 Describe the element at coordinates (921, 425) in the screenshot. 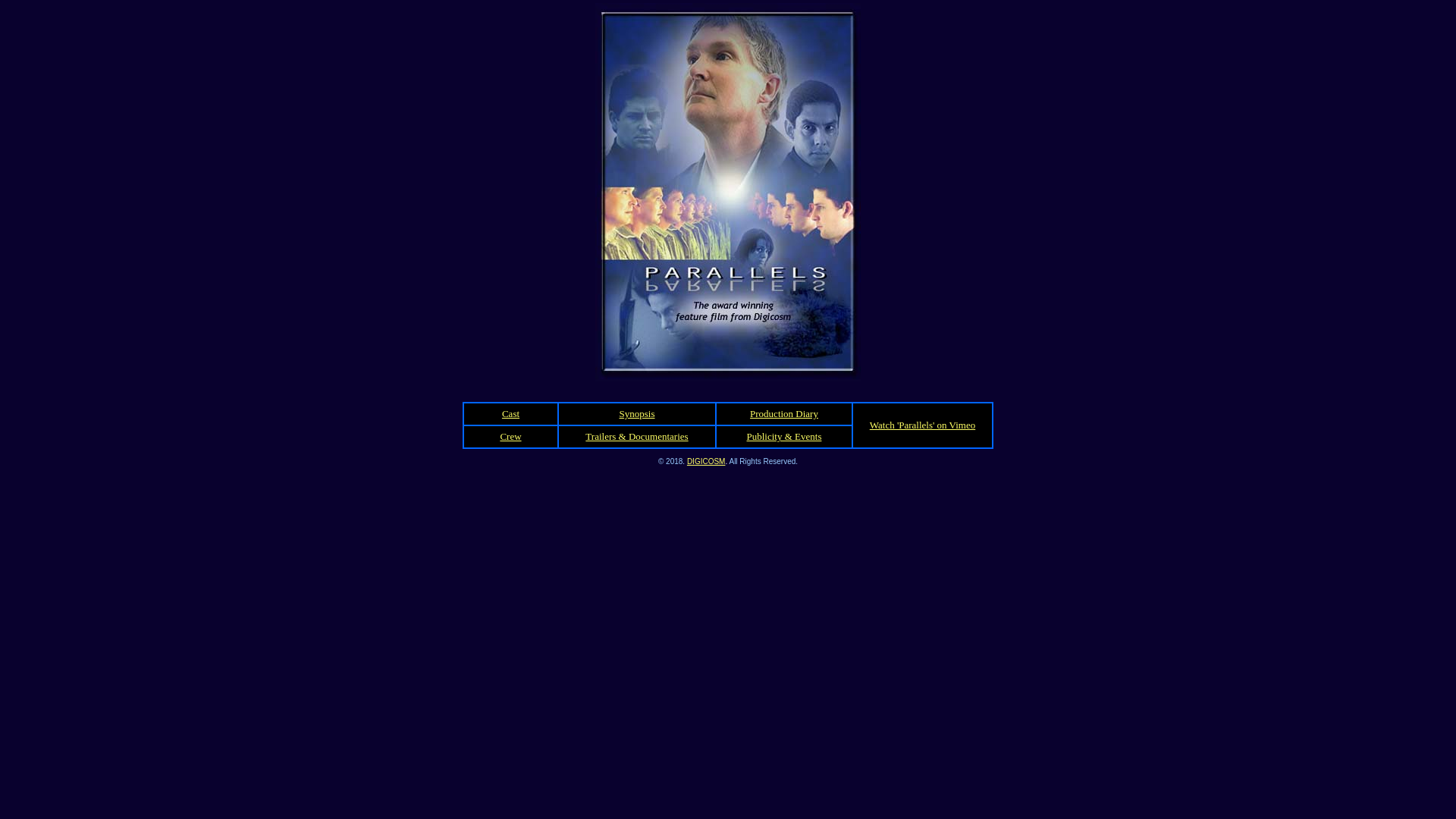

I see `'Watch 'Parallels' on Vimeo'` at that location.